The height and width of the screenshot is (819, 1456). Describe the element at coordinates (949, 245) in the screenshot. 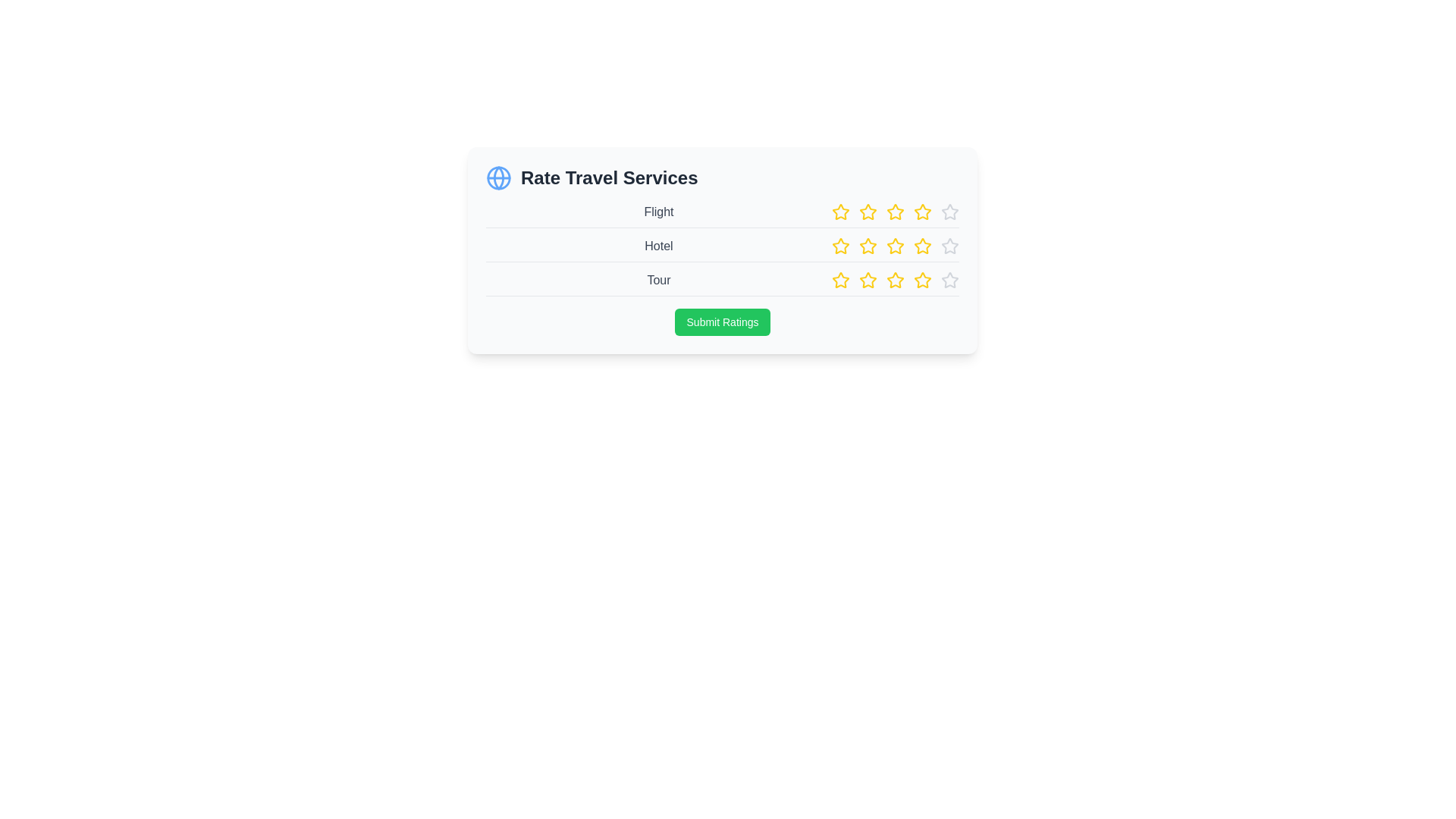

I see `the fifth star in the rating row for 'Hotel' to provide a rating in the 'Rate Travel Services' interface` at that location.